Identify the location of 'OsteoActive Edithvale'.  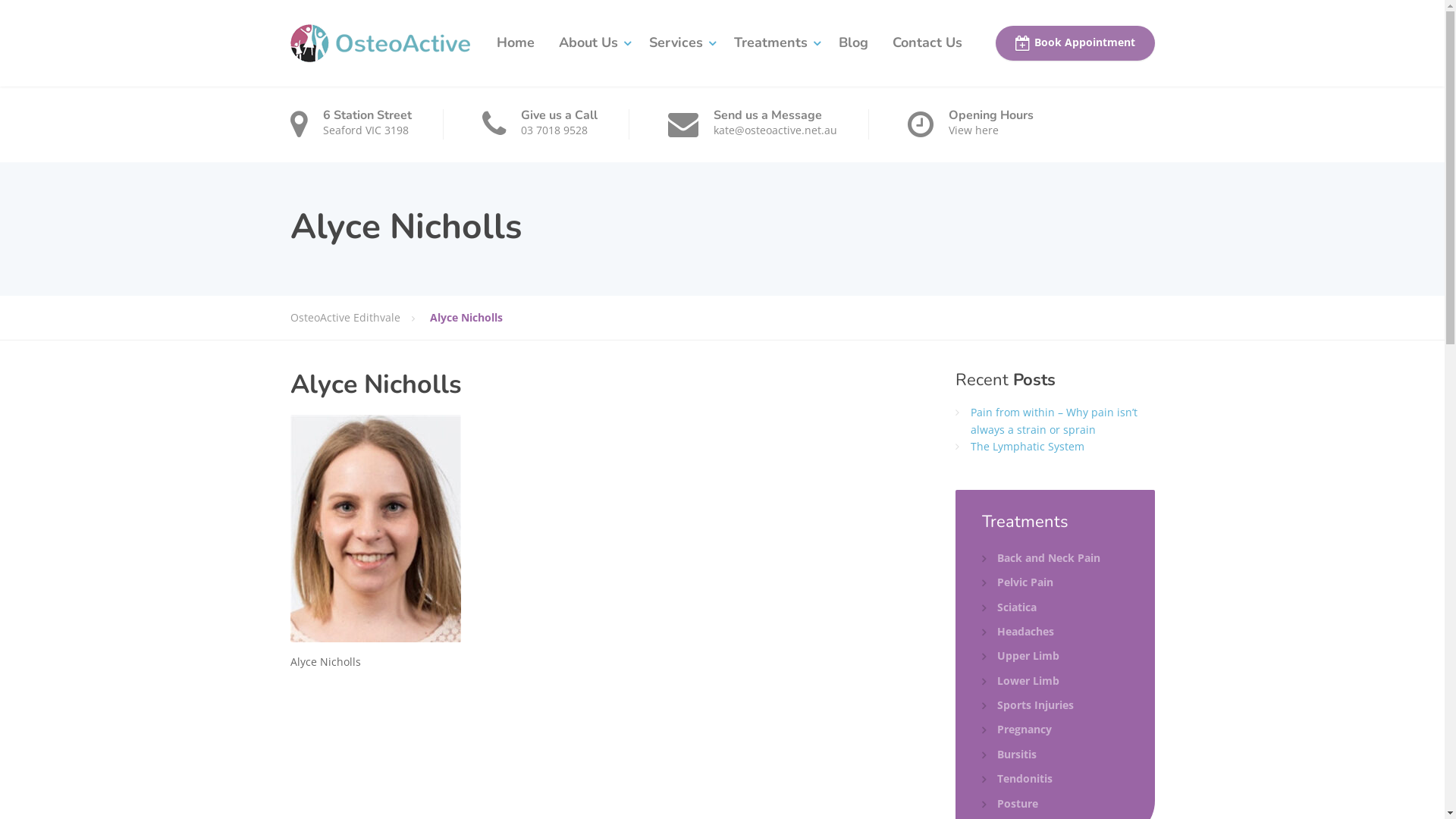
(359, 317).